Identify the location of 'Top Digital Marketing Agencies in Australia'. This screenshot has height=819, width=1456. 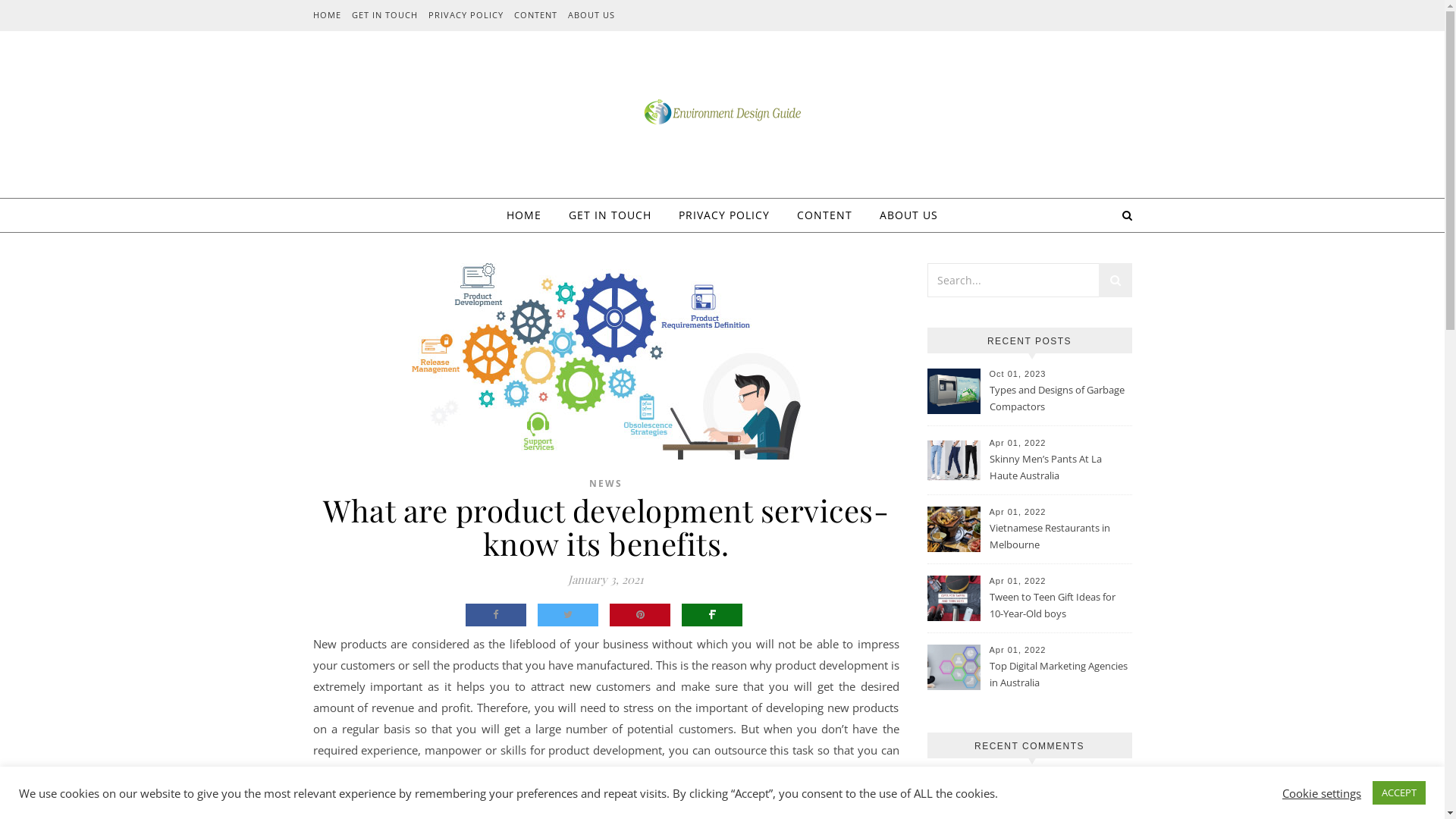
(1058, 674).